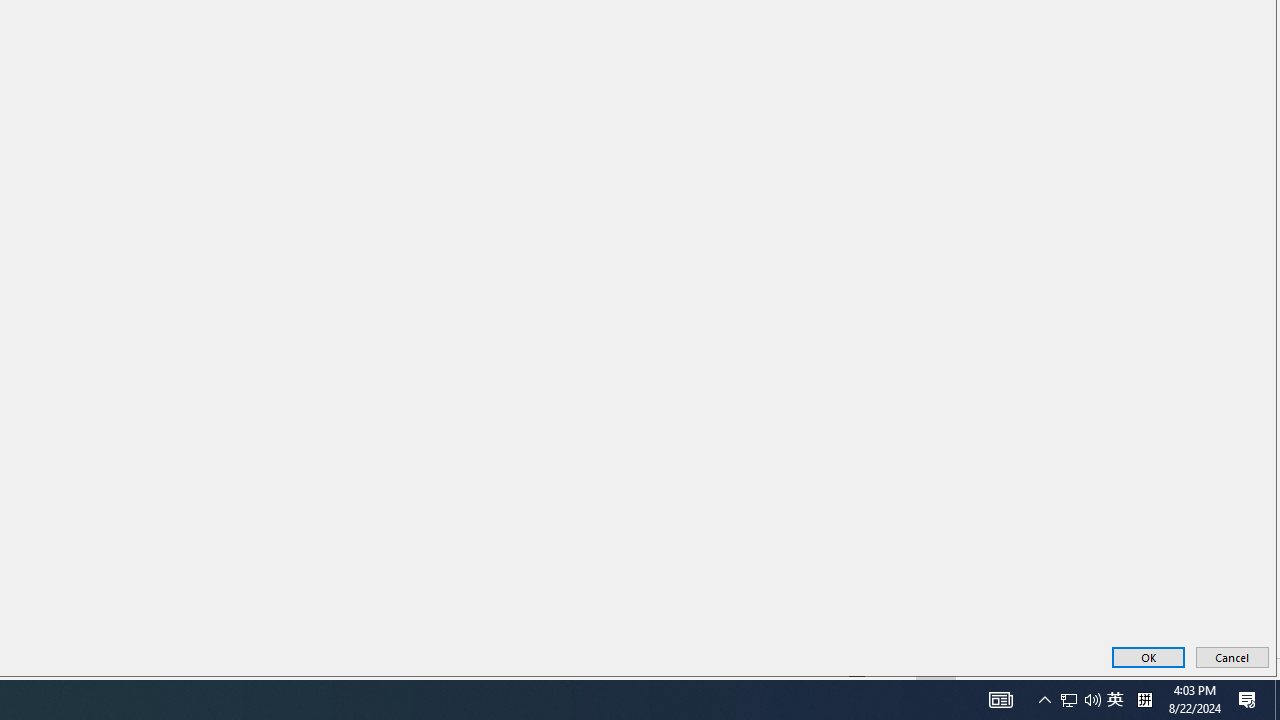 The height and width of the screenshot is (720, 1280). I want to click on 'Cancel', so click(1231, 657).